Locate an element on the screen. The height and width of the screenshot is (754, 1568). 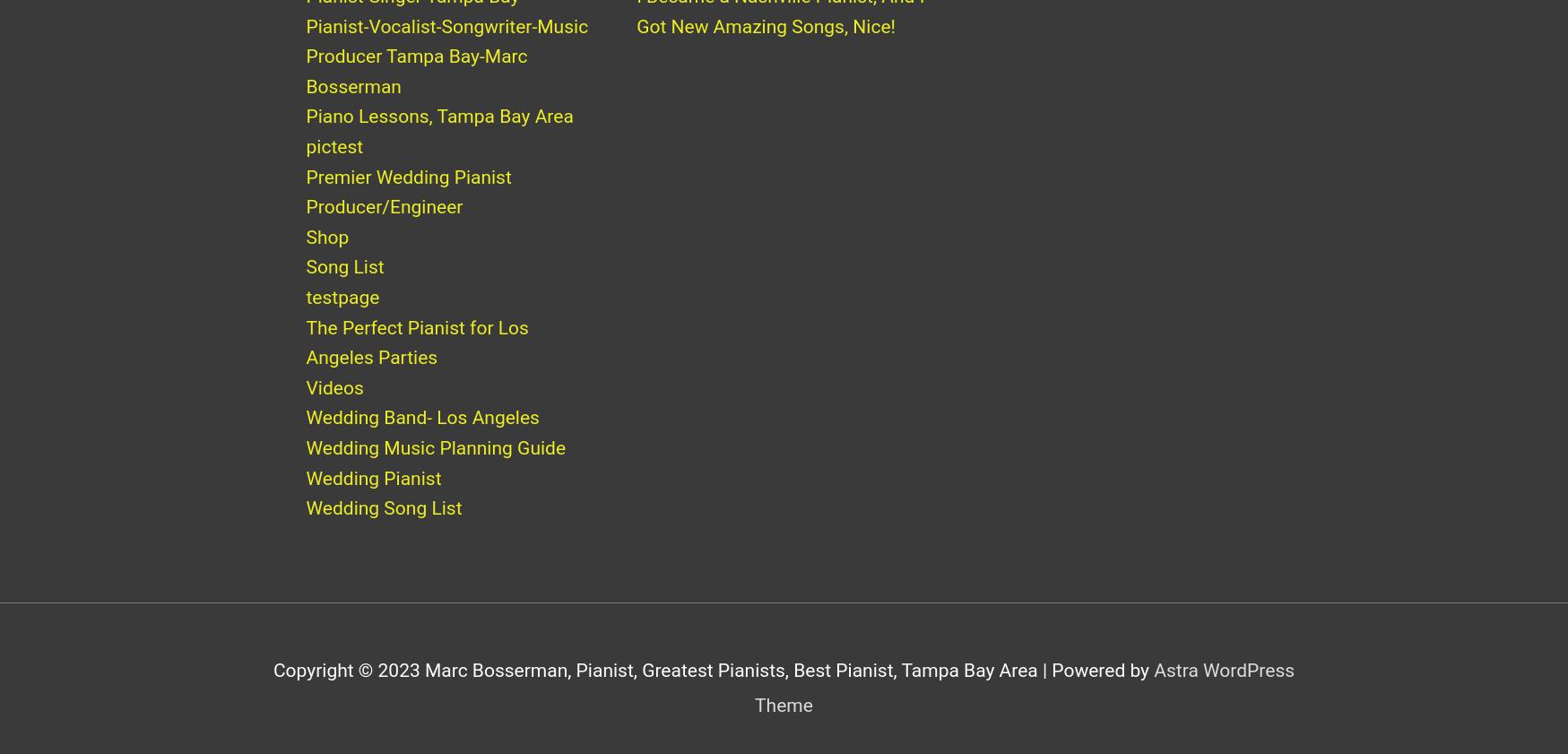
'Marc Bosserman, Pianist, Greatest Pianists, Best Pianist, Tampa Bay Area' is located at coordinates (423, 687).